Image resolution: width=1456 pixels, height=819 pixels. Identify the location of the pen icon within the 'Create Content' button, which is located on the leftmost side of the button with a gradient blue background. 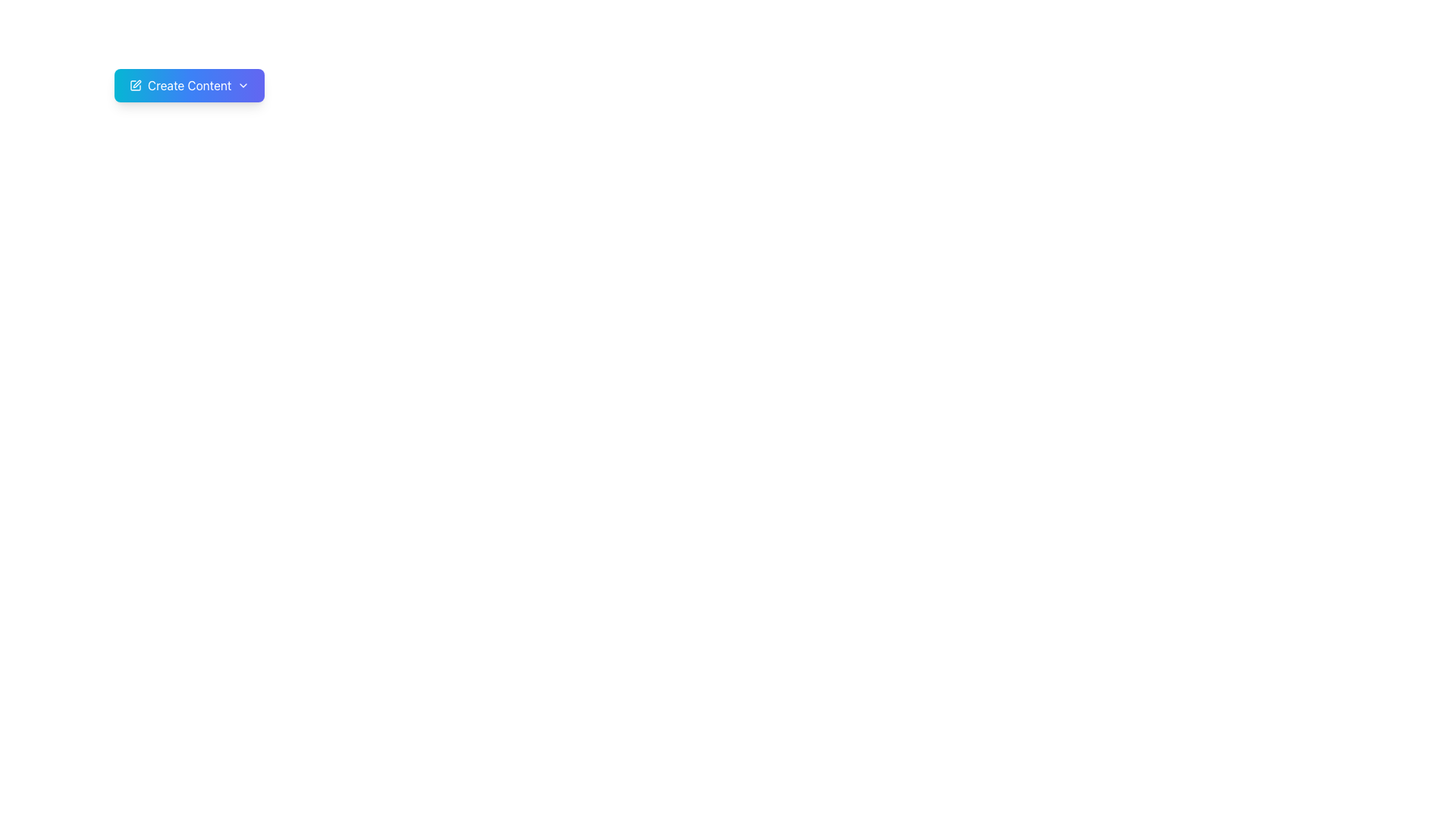
(135, 85).